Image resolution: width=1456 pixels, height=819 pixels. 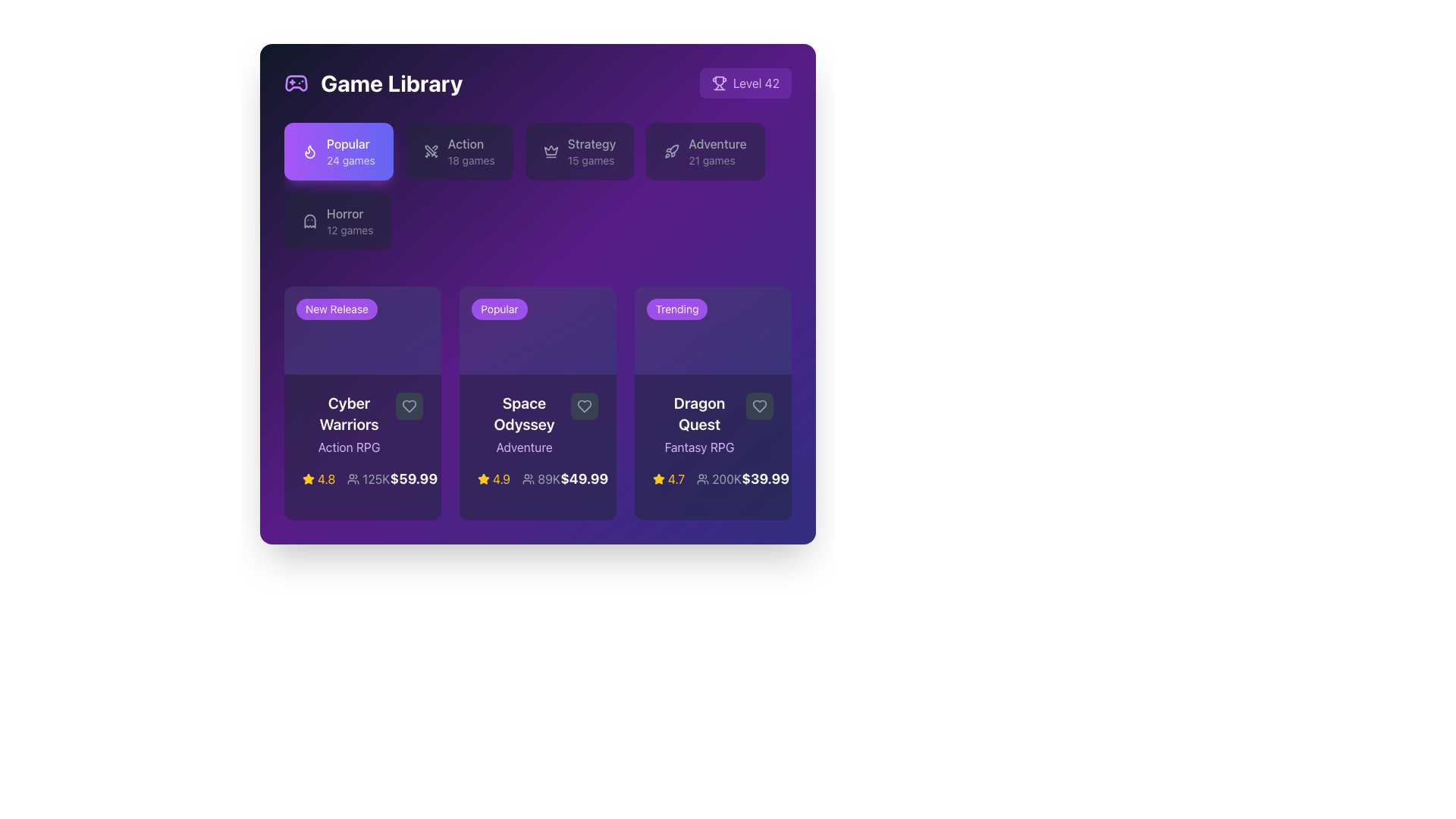 I want to click on text label indicating 'Popular' which is located at the top left section of the interface, following the flame-shaped icon, so click(x=350, y=152).